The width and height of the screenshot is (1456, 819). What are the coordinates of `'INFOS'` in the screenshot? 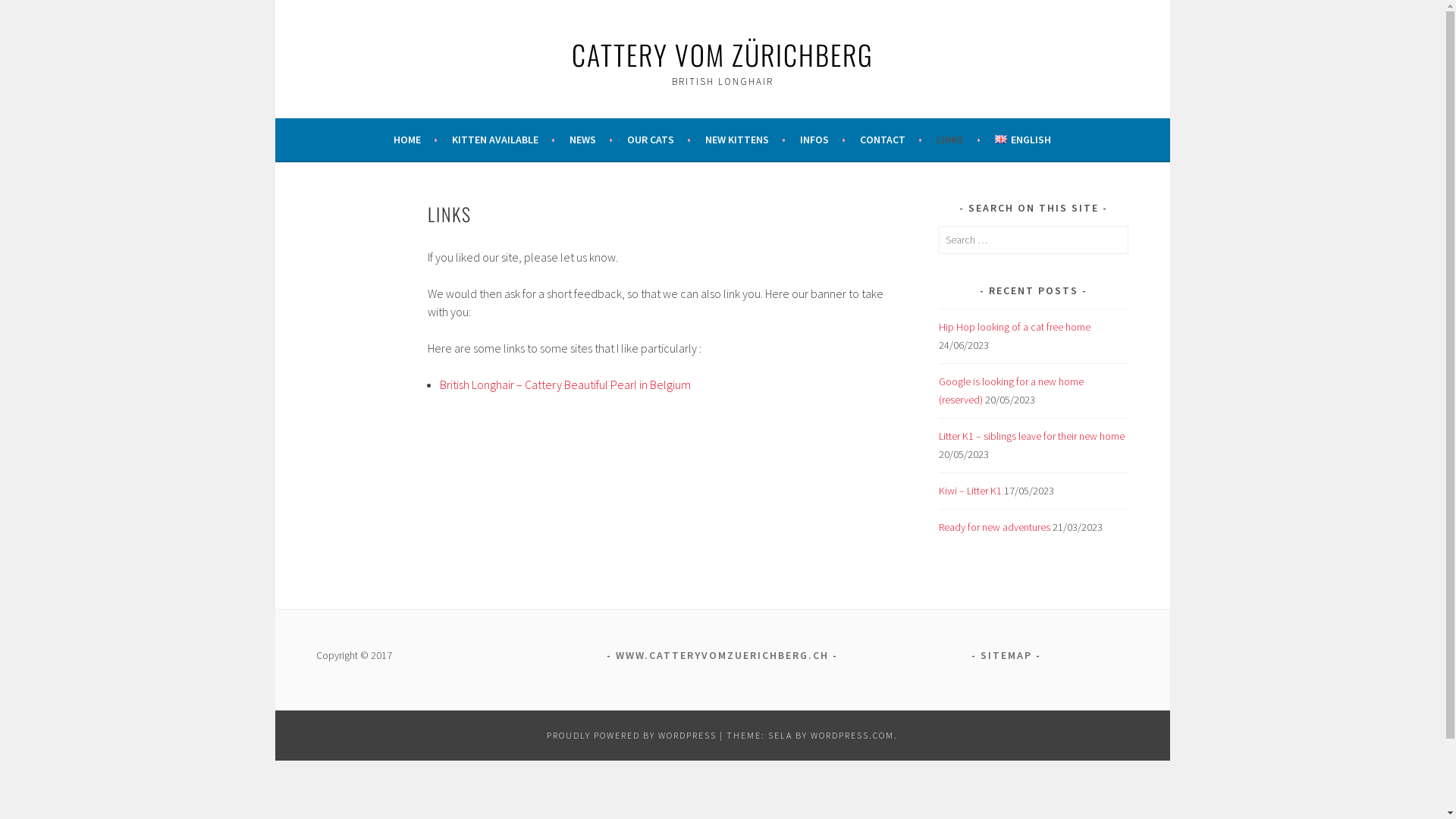 It's located at (821, 140).